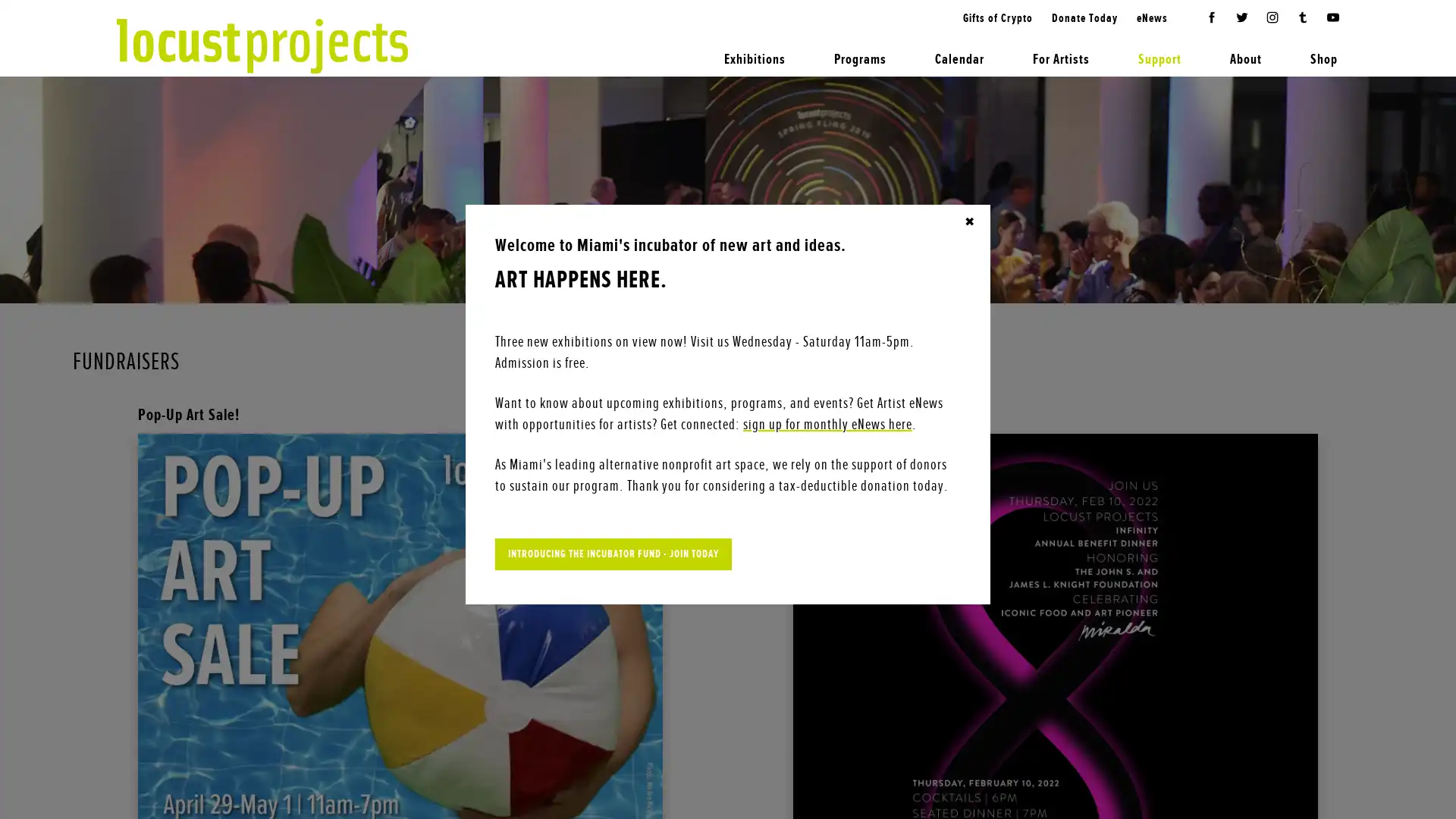 This screenshot has width=1456, height=819. I want to click on INTRODUCING THE INCUBATOR FUND - JOIN TODAY, so click(612, 554).